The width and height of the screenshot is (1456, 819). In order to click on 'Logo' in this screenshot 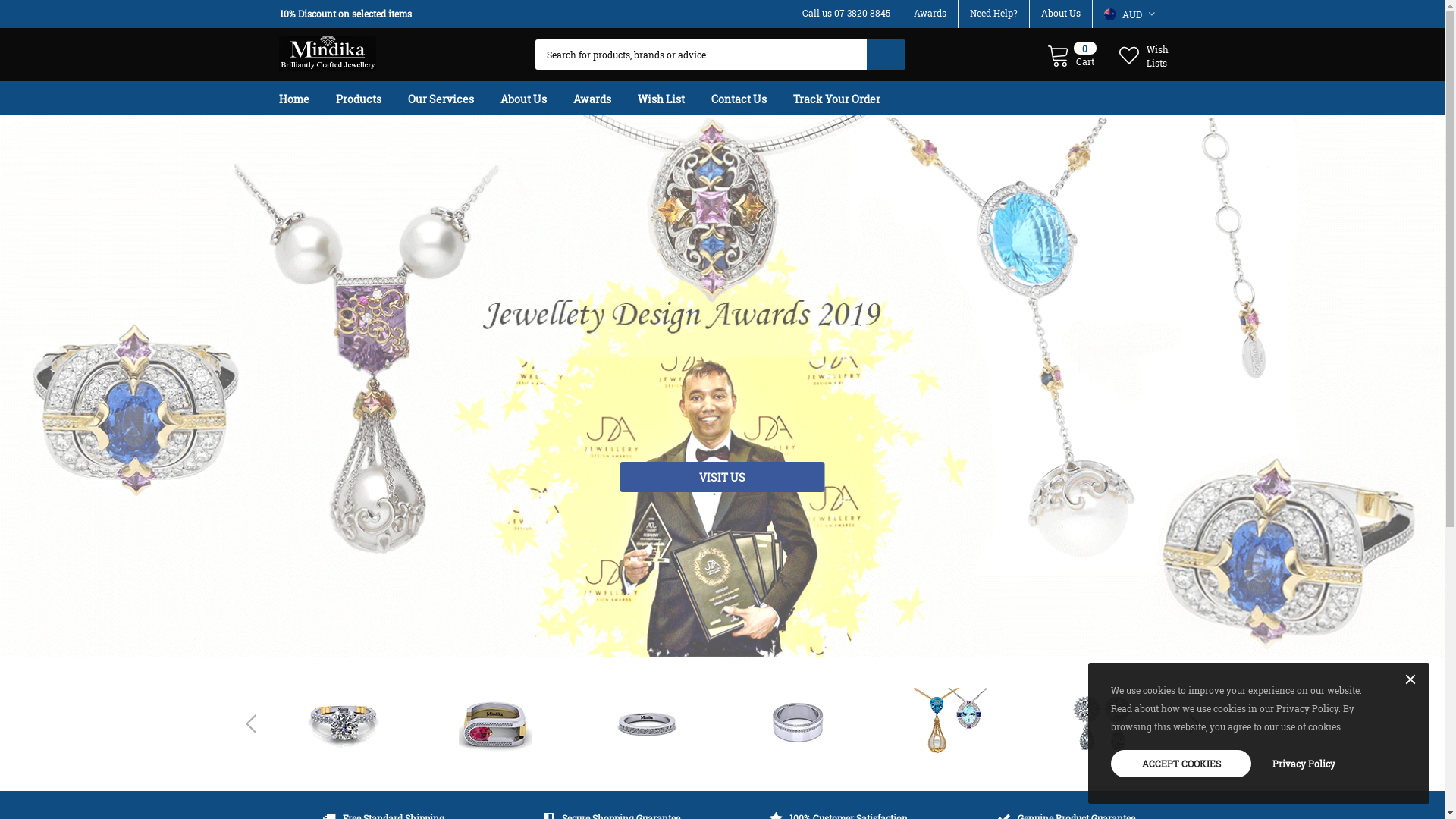, I will do `click(327, 49)`.